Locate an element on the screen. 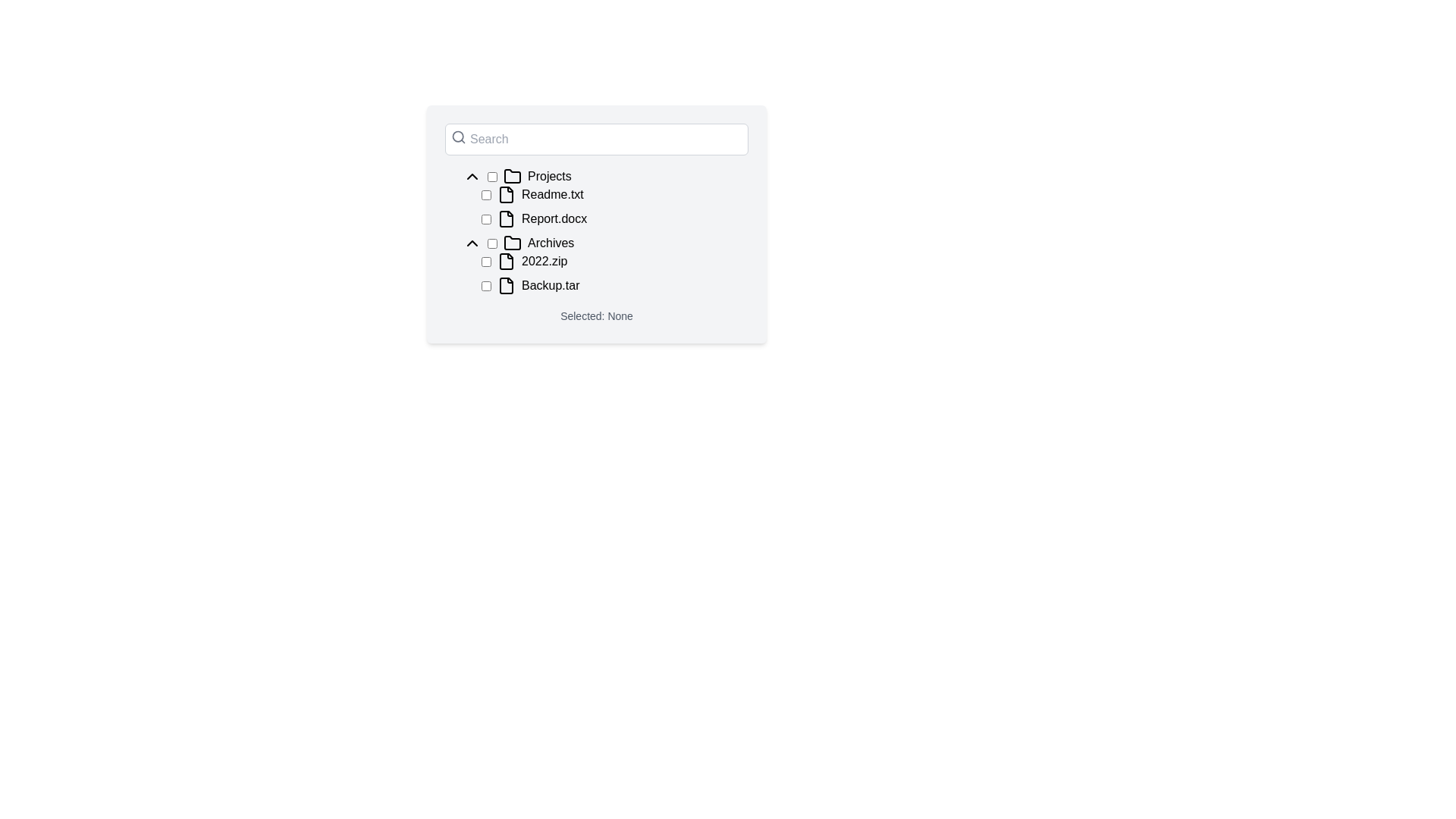  the file 'Report.docx' by clicking its associated checkbox in the file list interface is located at coordinates (596, 224).